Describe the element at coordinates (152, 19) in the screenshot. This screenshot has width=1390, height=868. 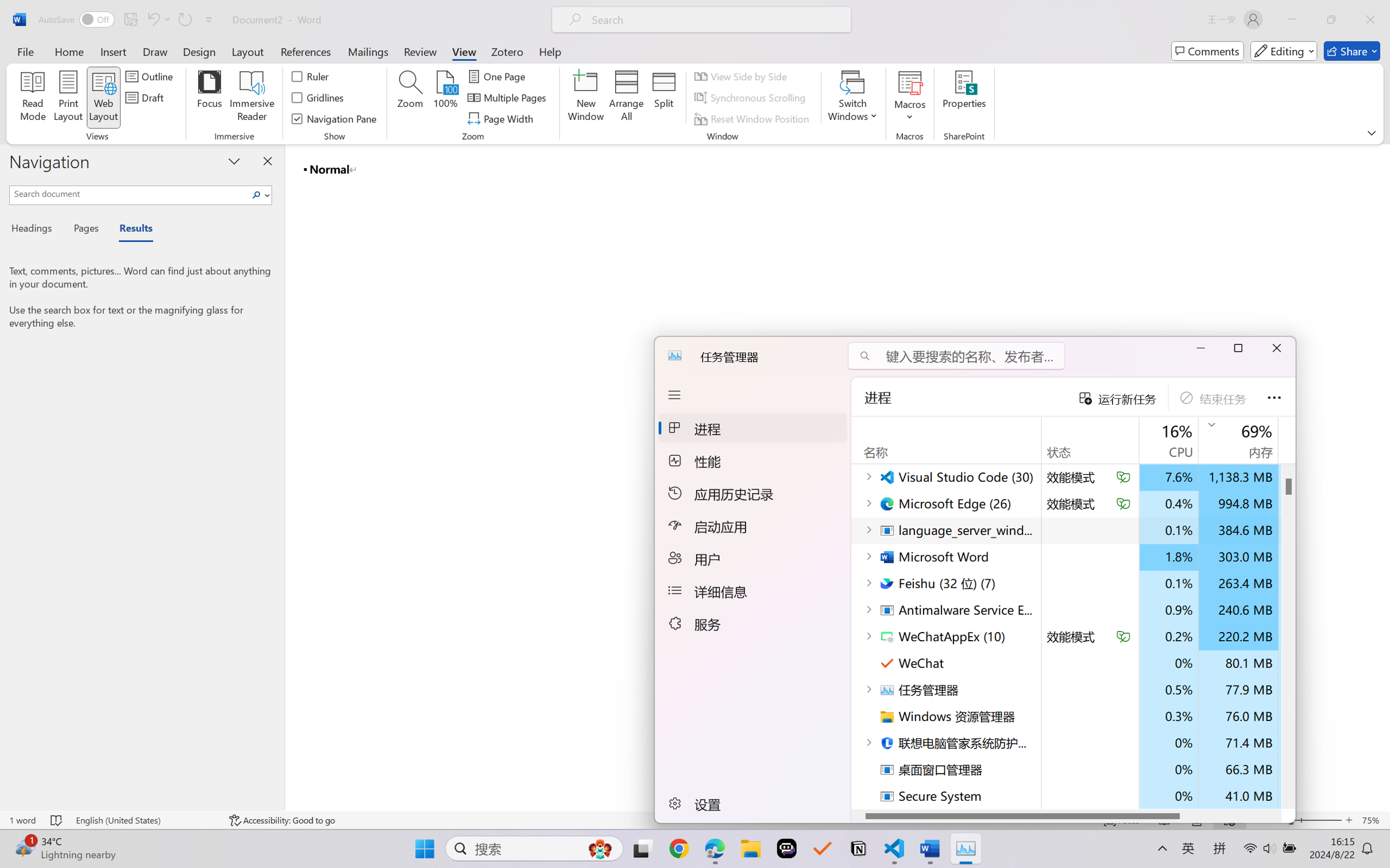
I see `'Undo <ApplyStyleToDoc>b__0'` at that location.